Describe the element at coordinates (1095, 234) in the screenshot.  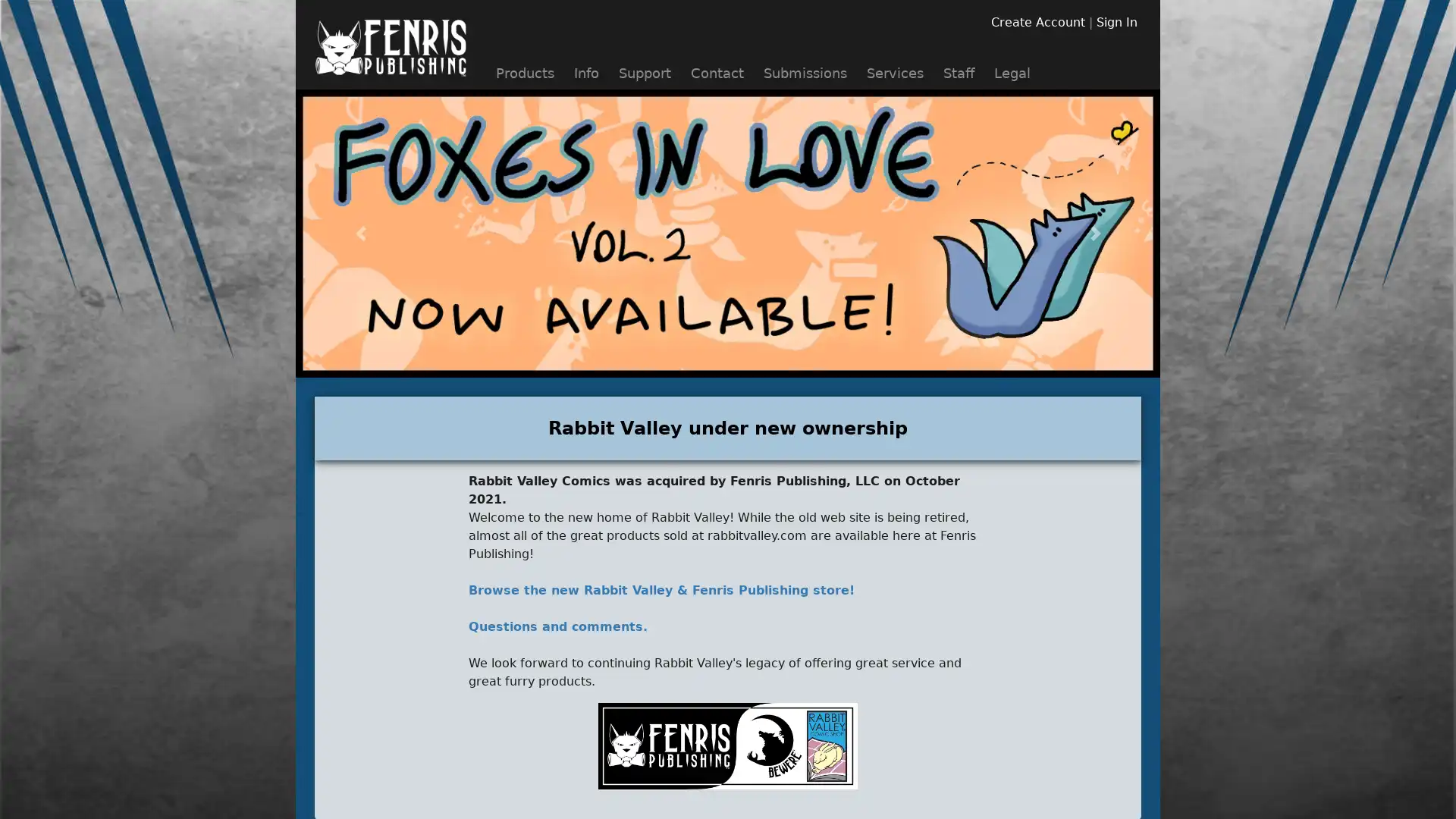
I see `Next` at that location.